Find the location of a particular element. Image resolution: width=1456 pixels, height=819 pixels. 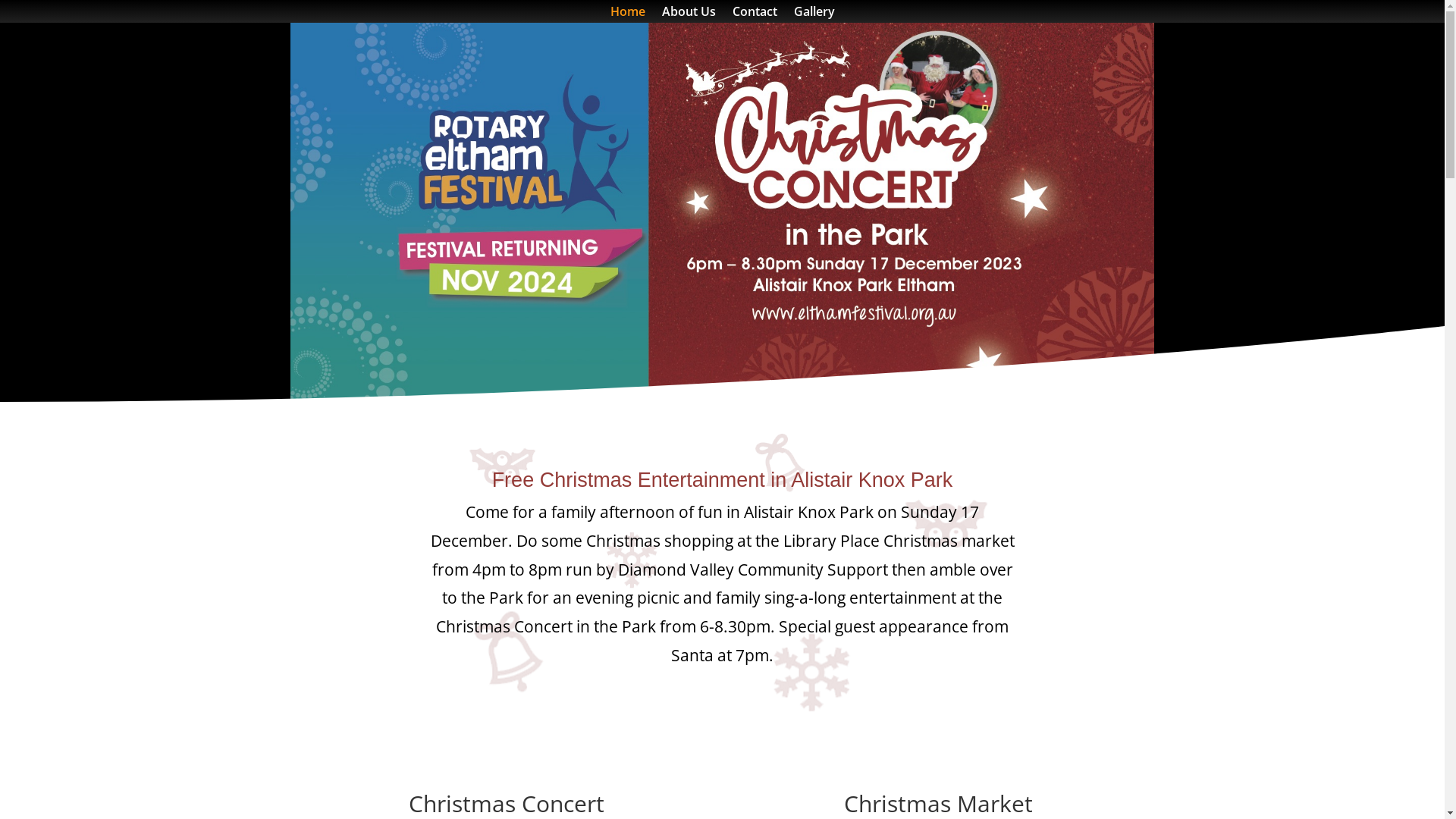

'Home' is located at coordinates (626, 14).